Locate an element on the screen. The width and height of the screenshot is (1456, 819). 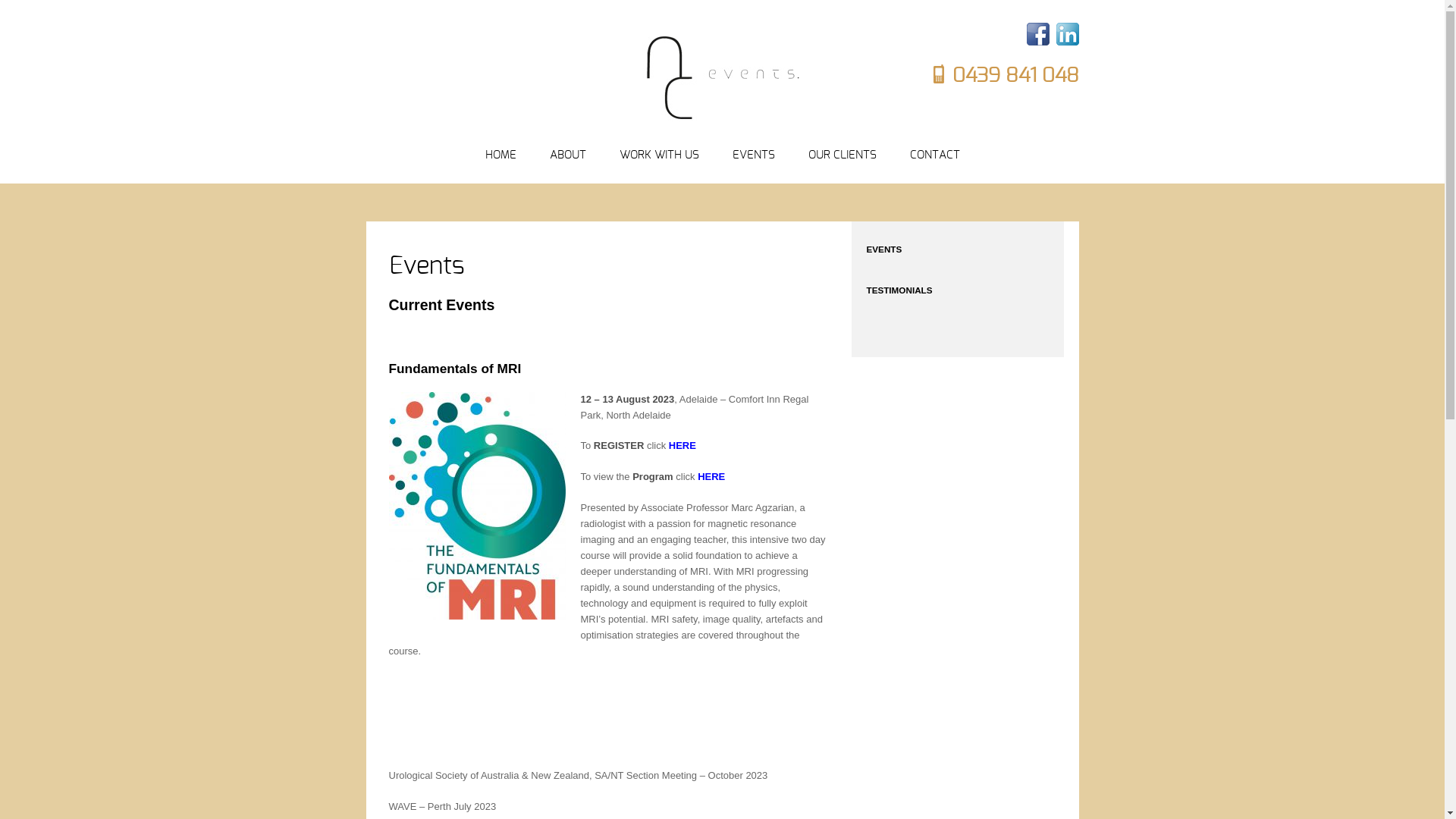
'Events' is located at coordinates (425, 265).